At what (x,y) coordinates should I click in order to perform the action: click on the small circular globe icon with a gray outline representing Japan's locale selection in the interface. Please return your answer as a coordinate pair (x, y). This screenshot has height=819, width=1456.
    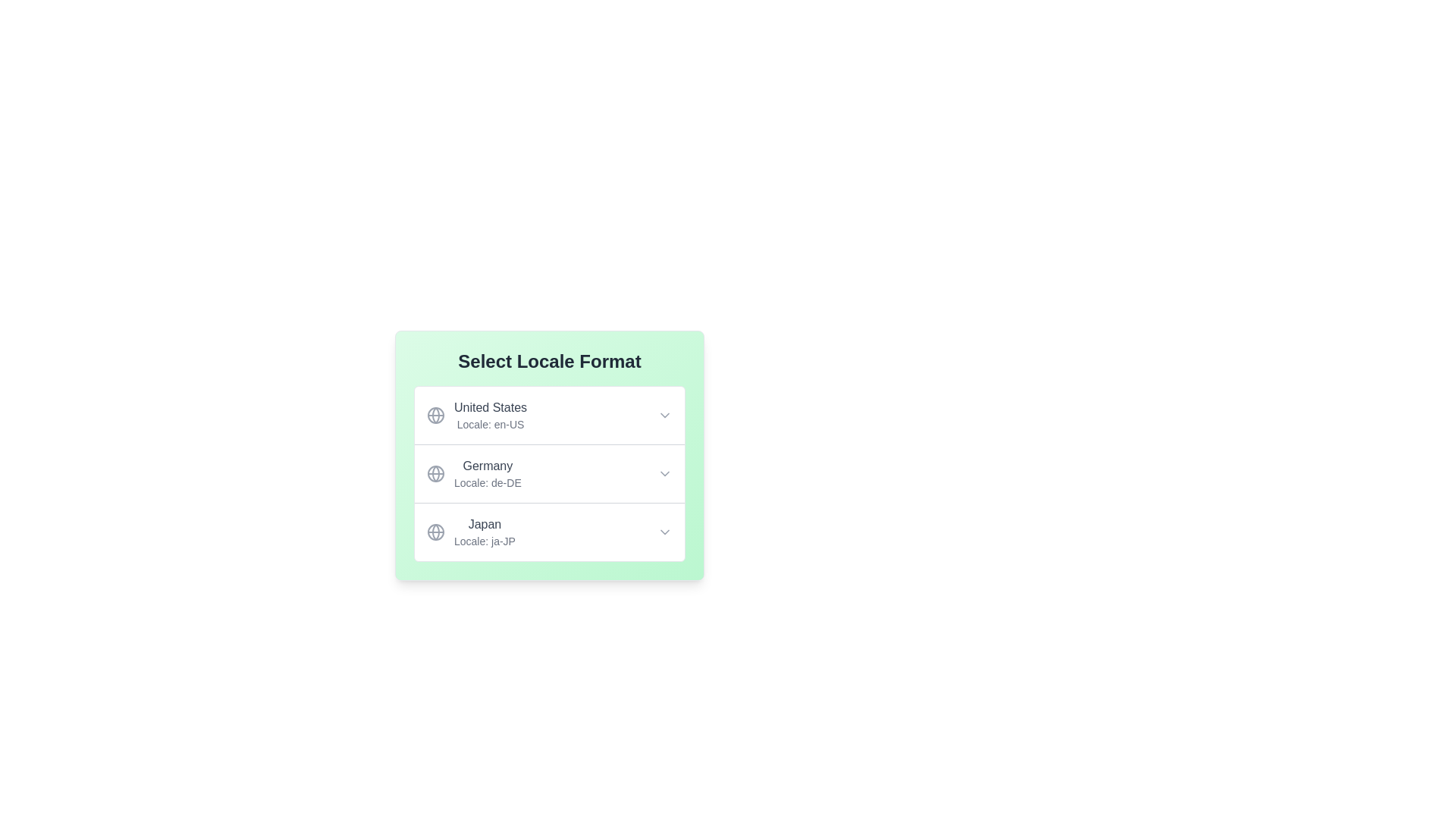
    Looking at the image, I should click on (435, 532).